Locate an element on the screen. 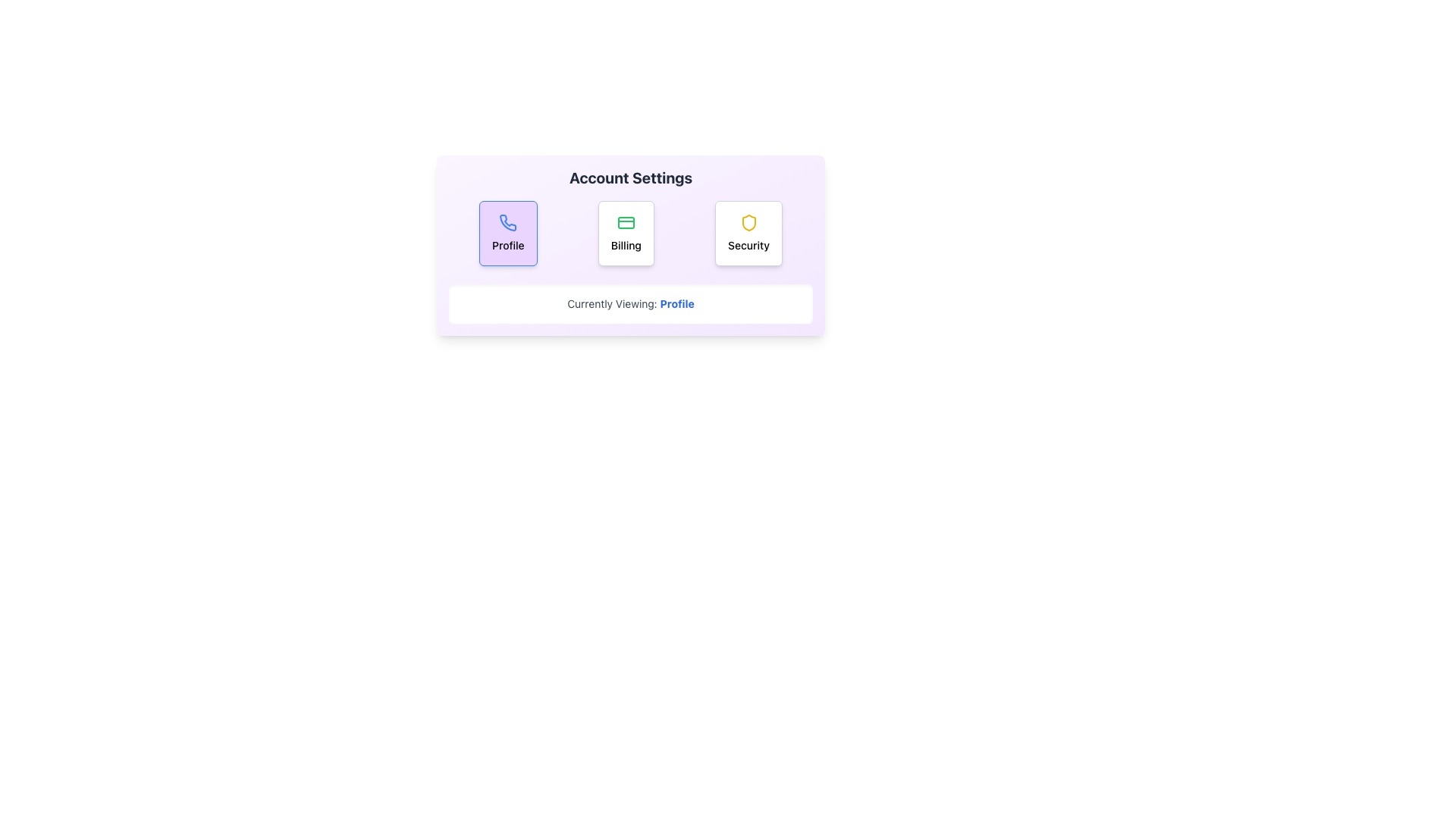 The width and height of the screenshot is (1456, 819). the rectangular element with rounded corners inside the credit card icon in the Billing section of the Account Settings interface is located at coordinates (626, 222).